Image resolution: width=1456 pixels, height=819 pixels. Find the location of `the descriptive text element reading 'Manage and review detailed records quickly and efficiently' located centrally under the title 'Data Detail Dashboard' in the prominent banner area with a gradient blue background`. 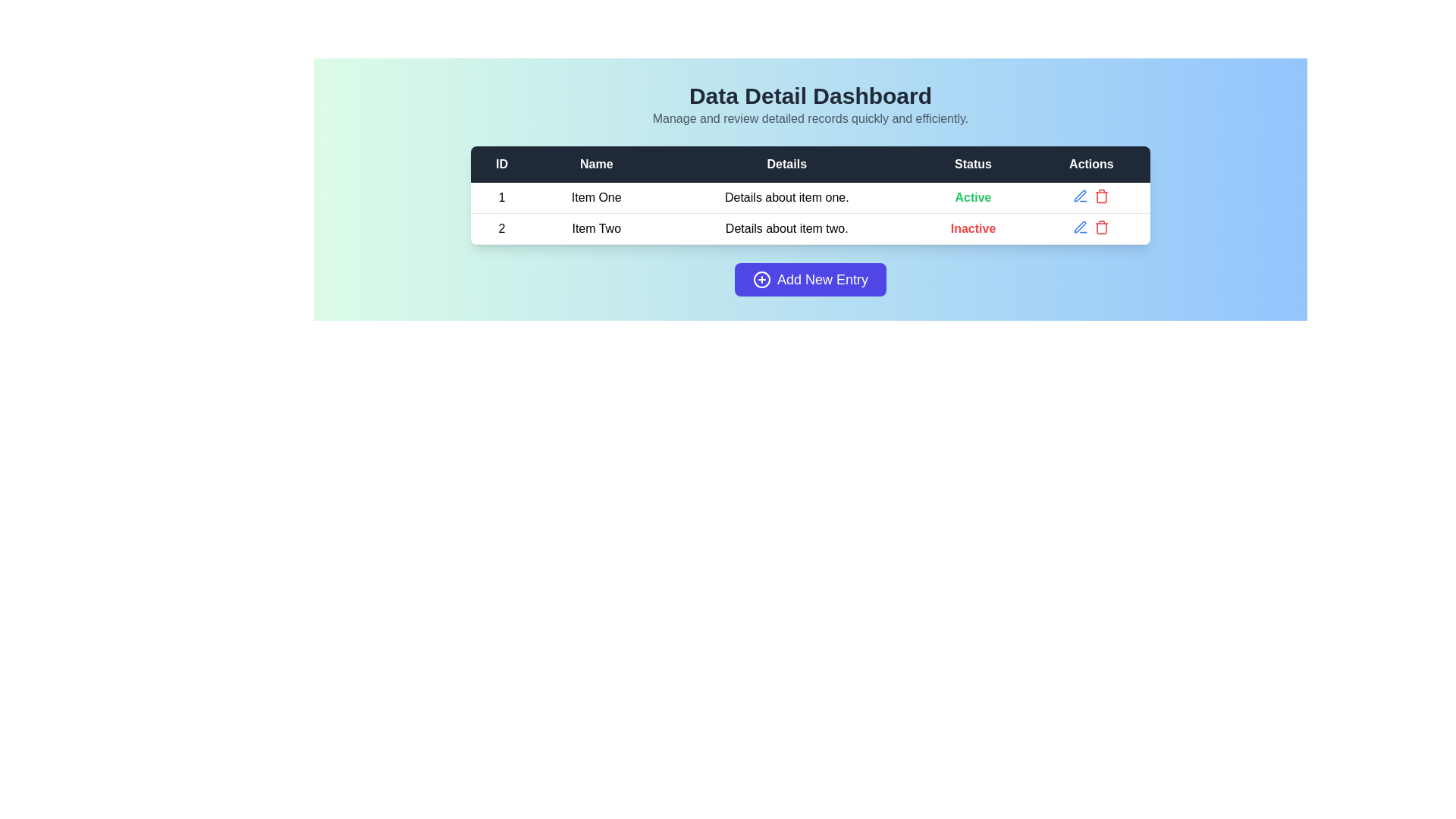

the descriptive text element reading 'Manage and review detailed records quickly and efficiently' located centrally under the title 'Data Detail Dashboard' in the prominent banner area with a gradient blue background is located at coordinates (810, 118).